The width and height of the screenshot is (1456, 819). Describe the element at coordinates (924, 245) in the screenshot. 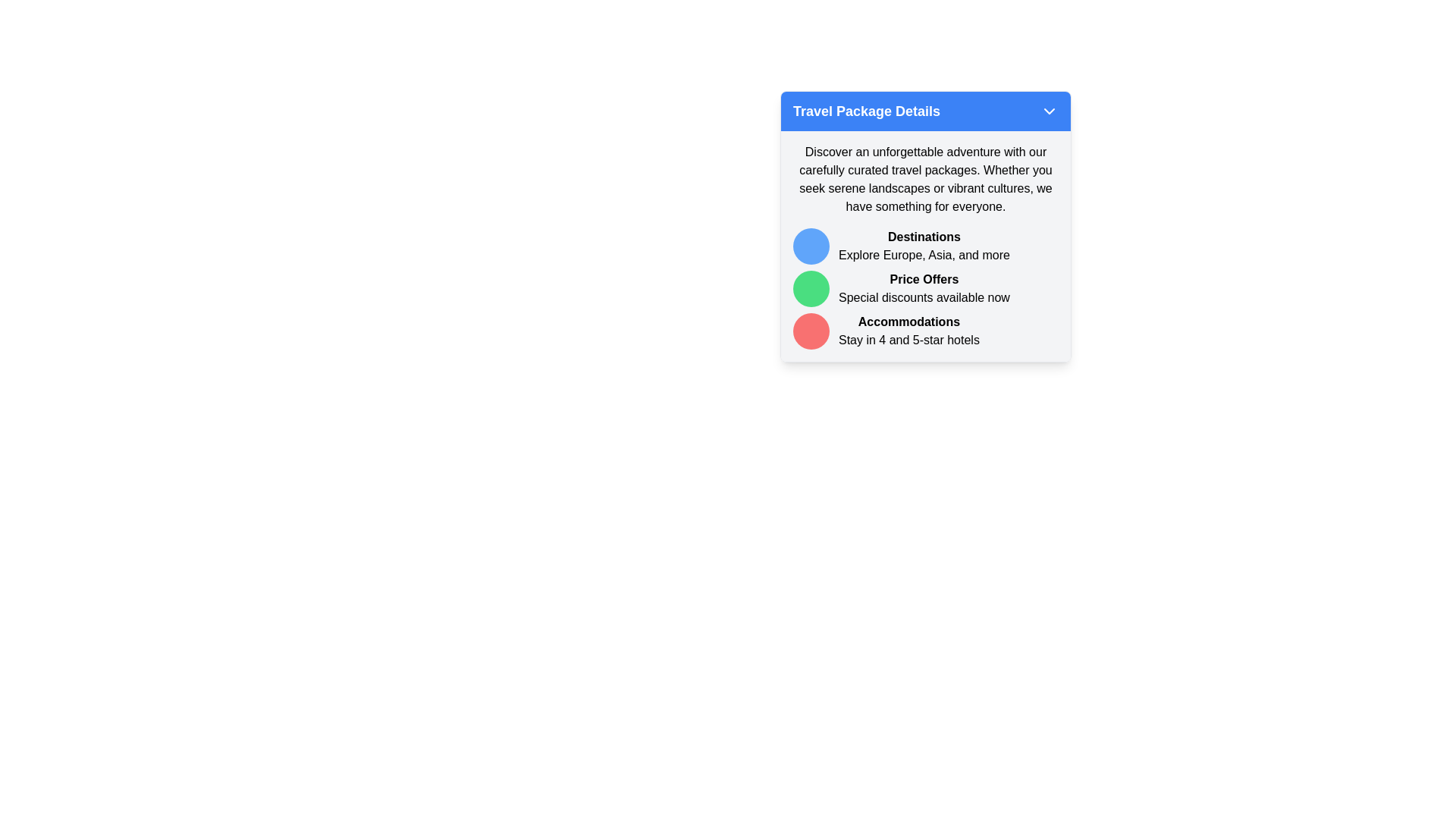

I see `the informational block titled 'Destinations' which contains a circular blue icon, a bolded header, and a subtext below it` at that location.